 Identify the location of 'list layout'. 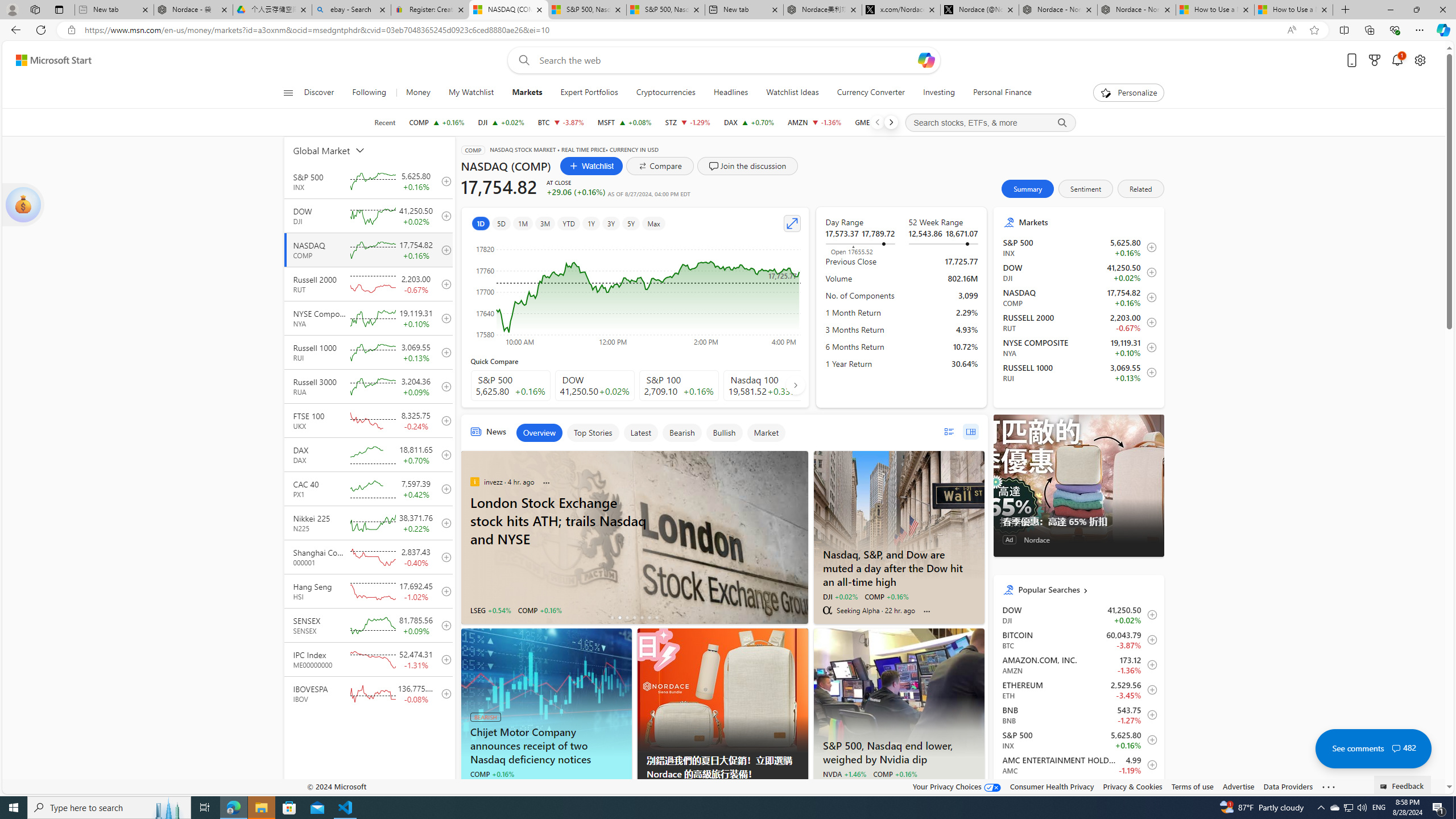
(948, 431).